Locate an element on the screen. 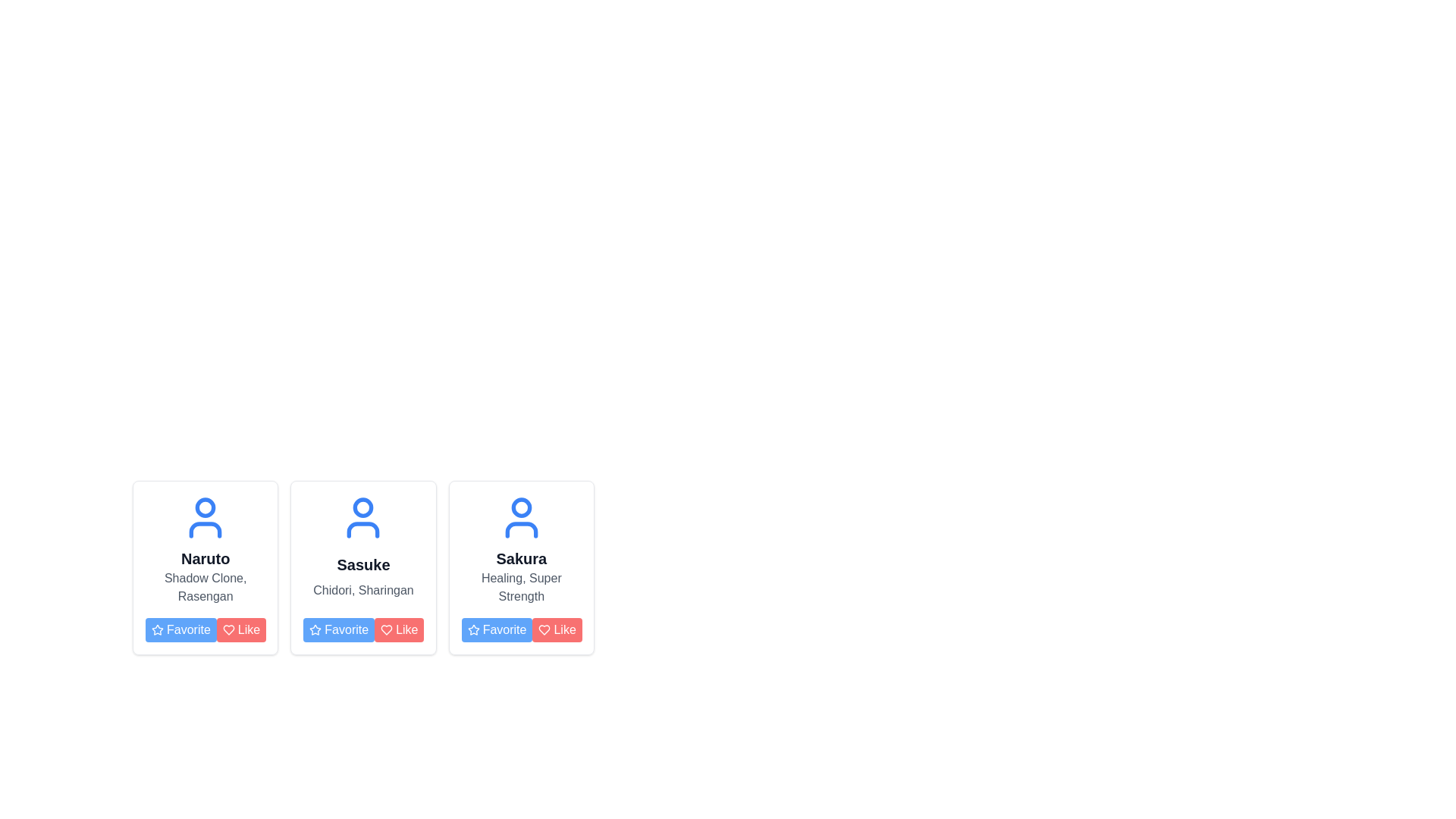 This screenshot has height=819, width=1456. the user profile icon with a blue stroke outline, located at the top of the card displaying information about 'Sakura' is located at coordinates (521, 516).